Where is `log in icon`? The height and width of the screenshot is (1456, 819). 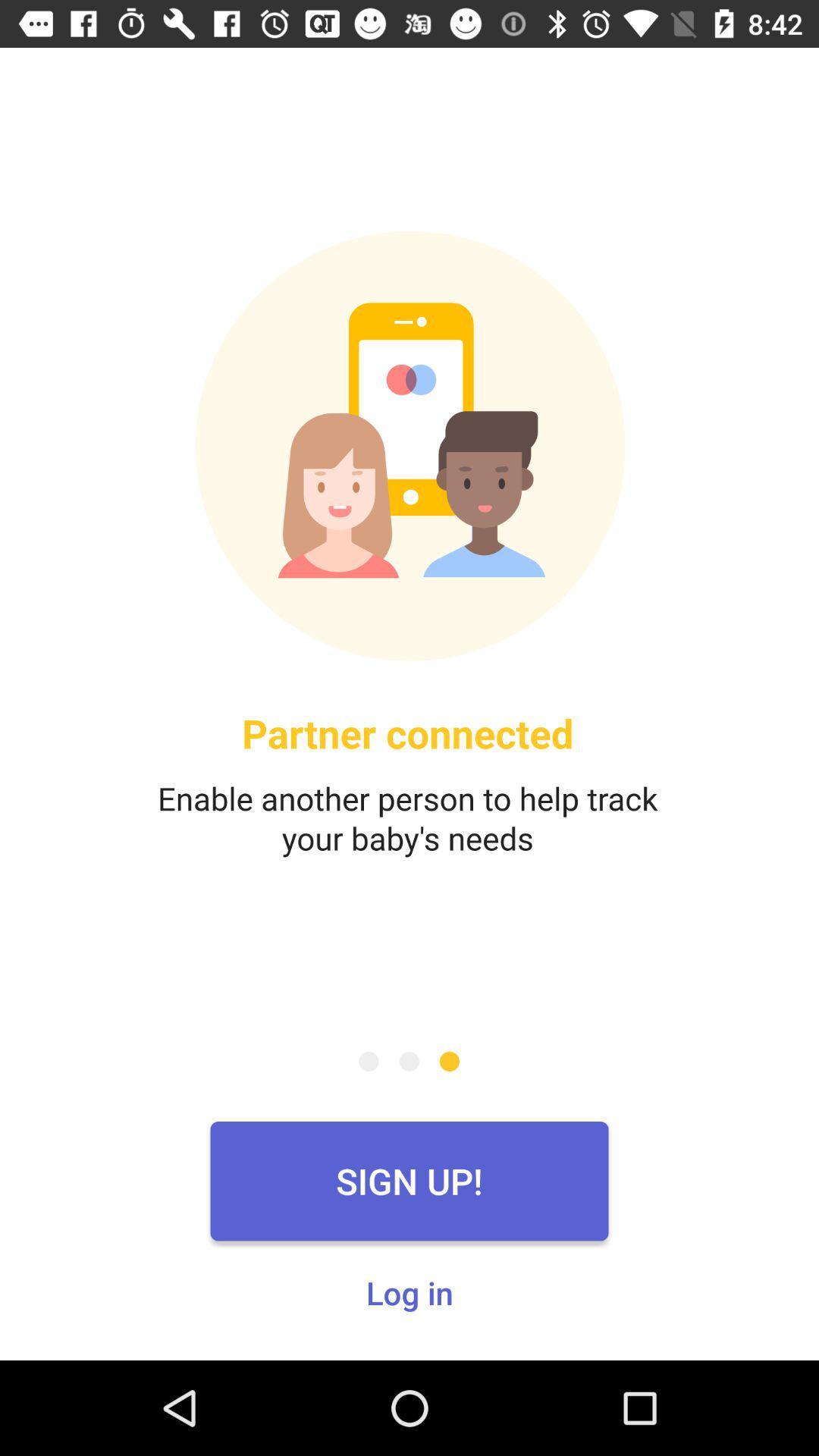
log in icon is located at coordinates (409, 1291).